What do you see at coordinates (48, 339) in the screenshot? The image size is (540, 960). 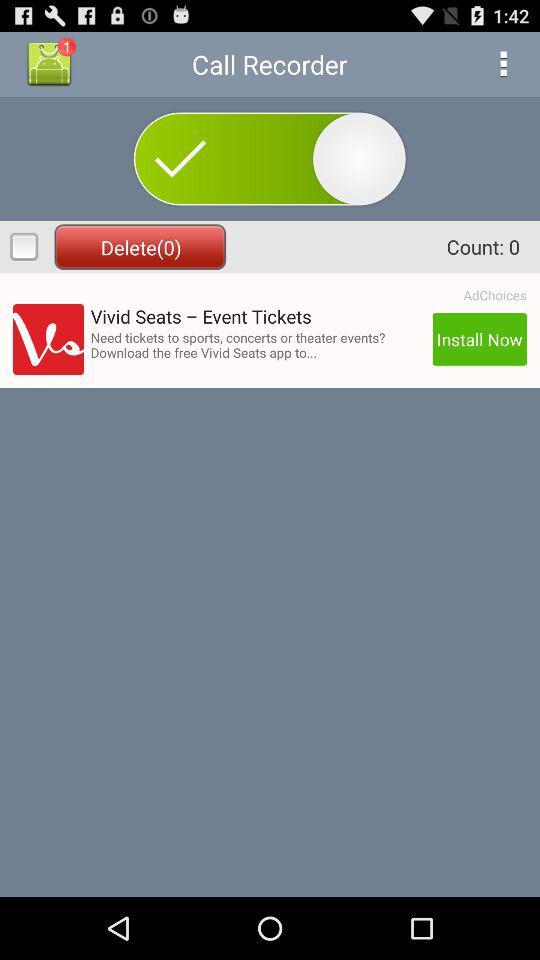 I see `the icon on the left` at bounding box center [48, 339].